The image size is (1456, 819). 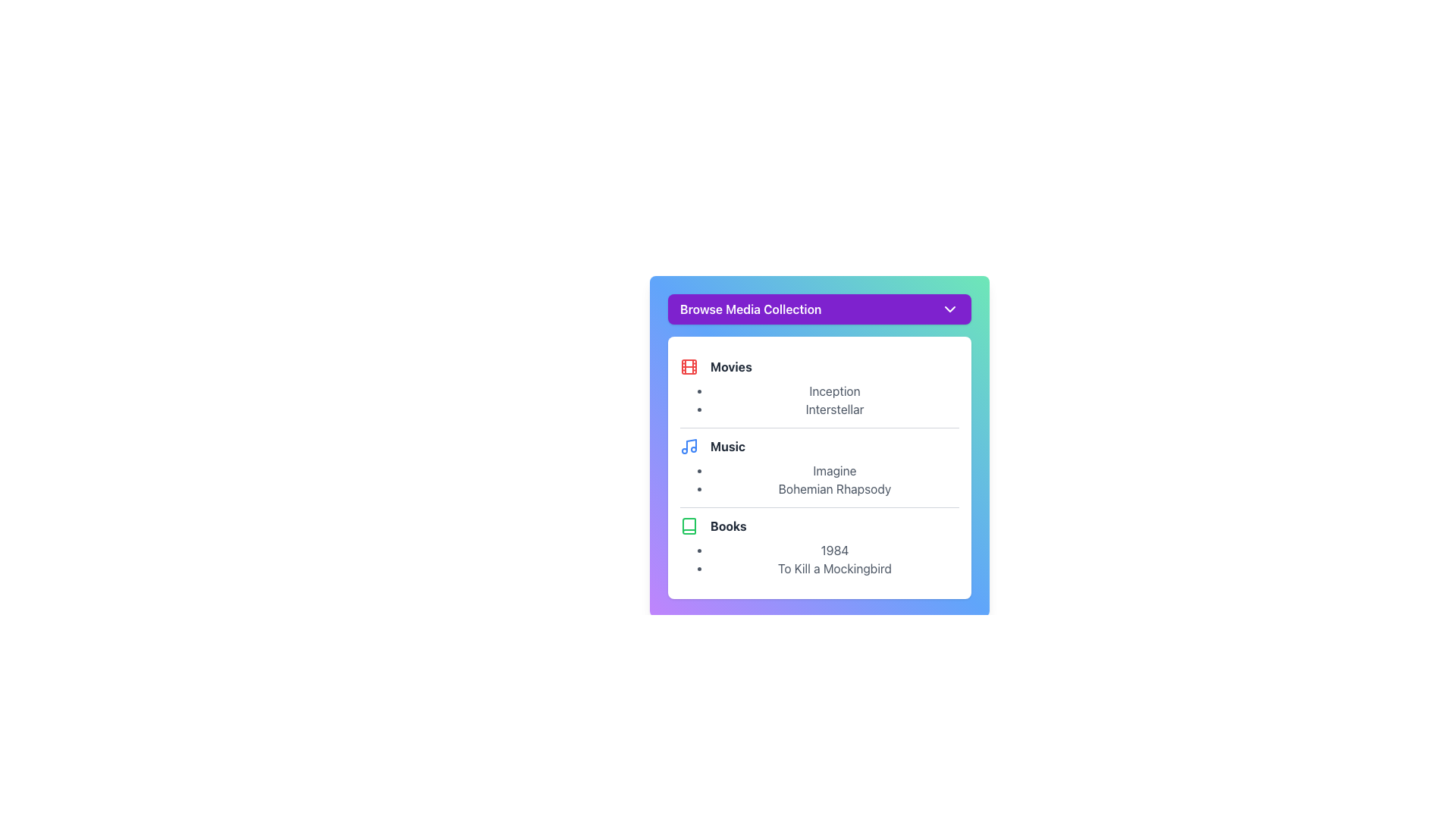 What do you see at coordinates (833, 559) in the screenshot?
I see `the text list item containing '1984' and 'To Kill a Mockingbird' in the 'Books' section of the interface` at bounding box center [833, 559].